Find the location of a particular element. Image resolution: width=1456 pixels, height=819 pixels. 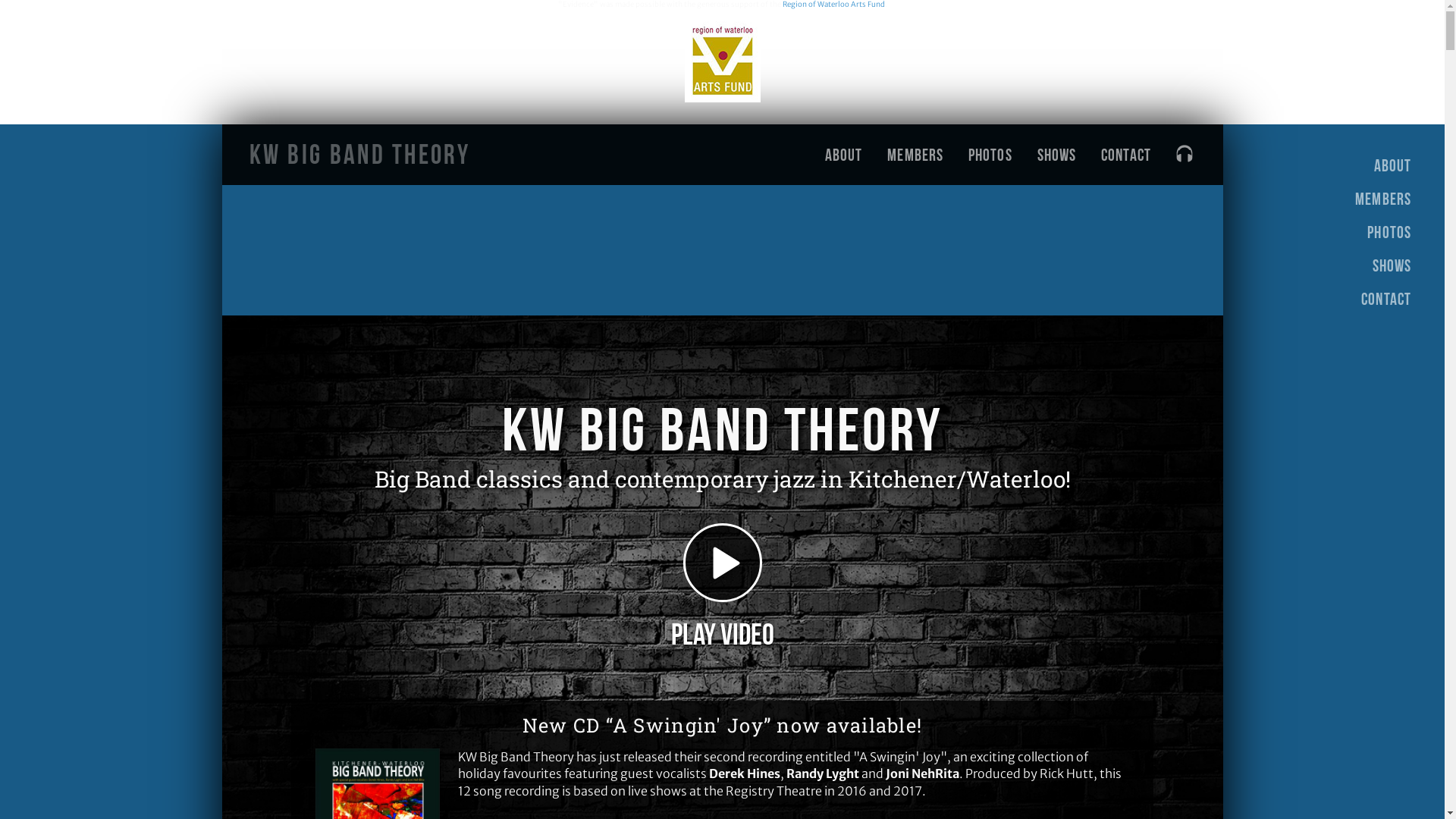

'ABOUT' is located at coordinates (1394, 165).